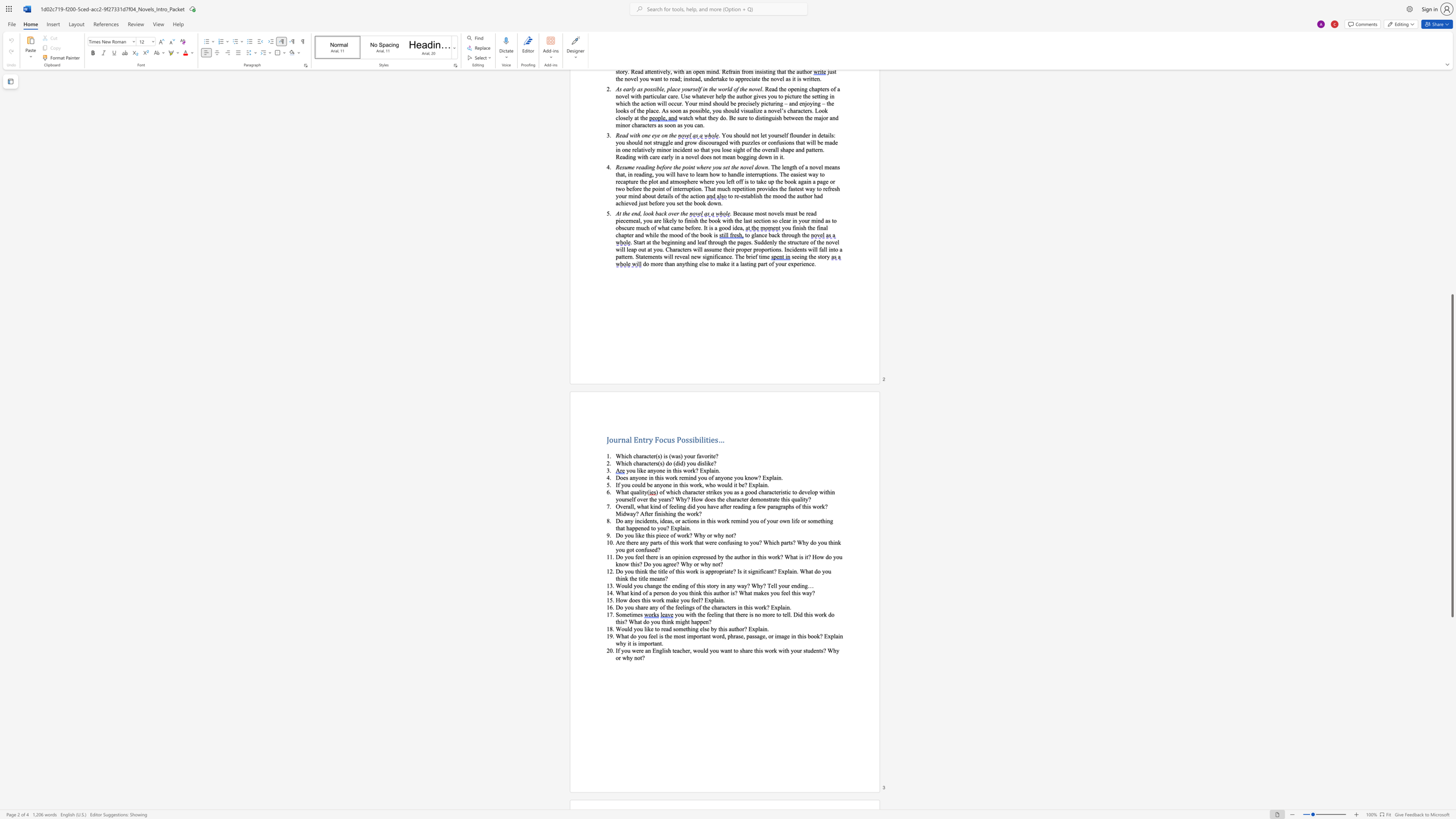 Image resolution: width=1456 pixels, height=819 pixels. What do you see at coordinates (632, 469) in the screenshot?
I see `the space between the continuous character "o" and "u" in the text` at bounding box center [632, 469].